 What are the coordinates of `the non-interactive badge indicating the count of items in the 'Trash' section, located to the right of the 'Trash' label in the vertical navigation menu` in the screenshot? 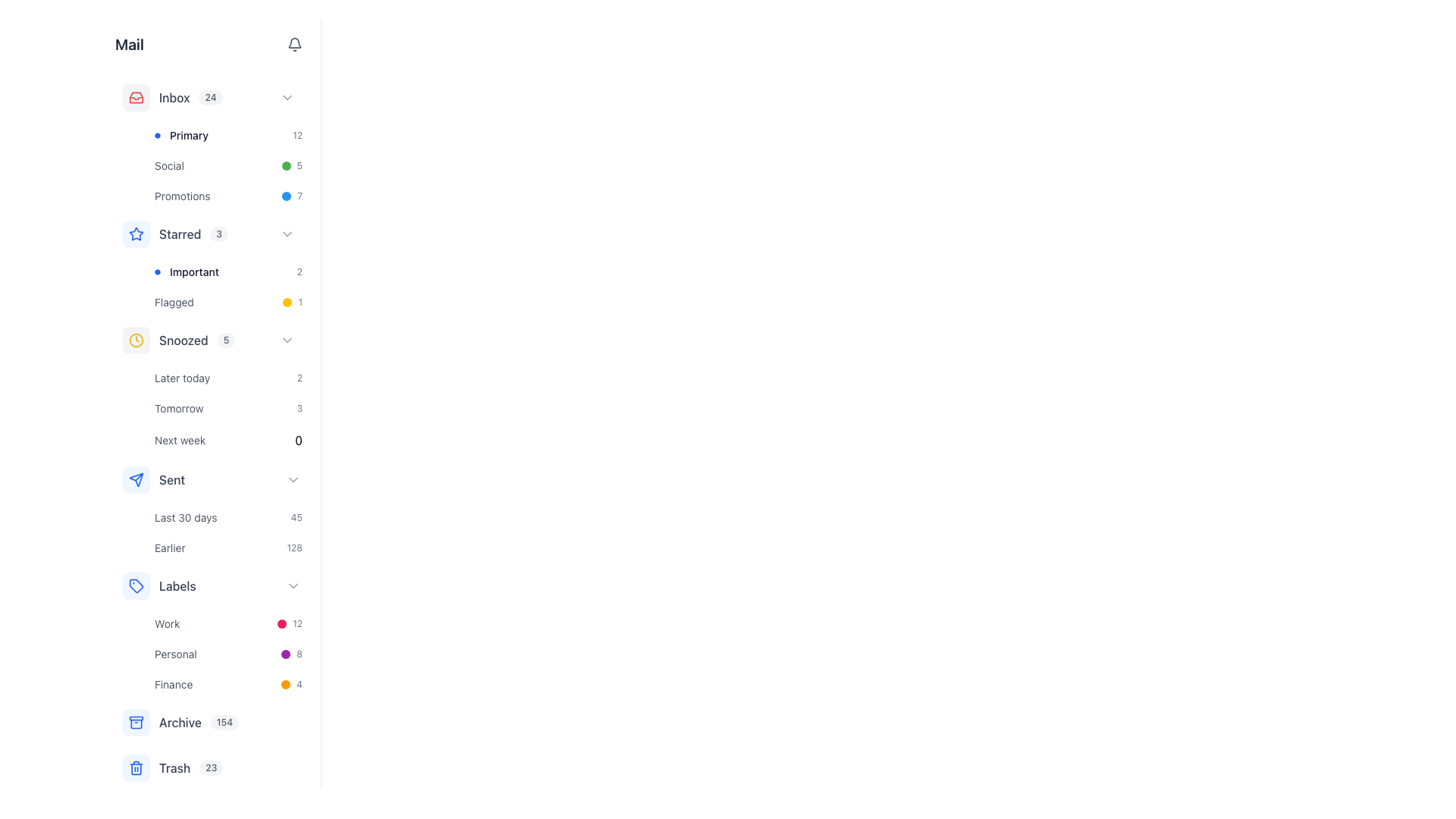 It's located at (210, 768).